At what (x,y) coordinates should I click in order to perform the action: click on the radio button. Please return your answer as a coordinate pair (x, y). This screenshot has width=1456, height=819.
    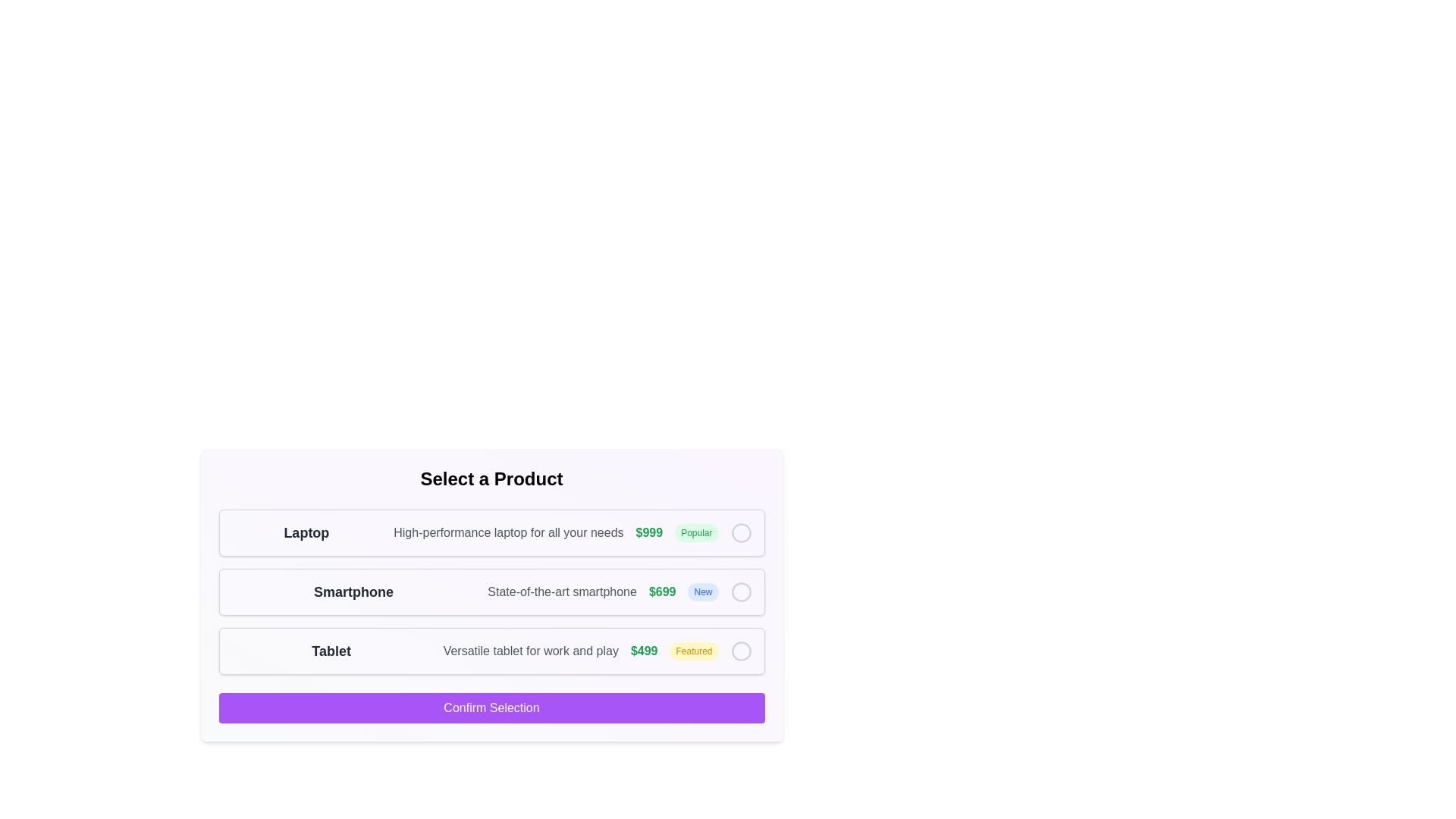
    Looking at the image, I should click on (741, 532).